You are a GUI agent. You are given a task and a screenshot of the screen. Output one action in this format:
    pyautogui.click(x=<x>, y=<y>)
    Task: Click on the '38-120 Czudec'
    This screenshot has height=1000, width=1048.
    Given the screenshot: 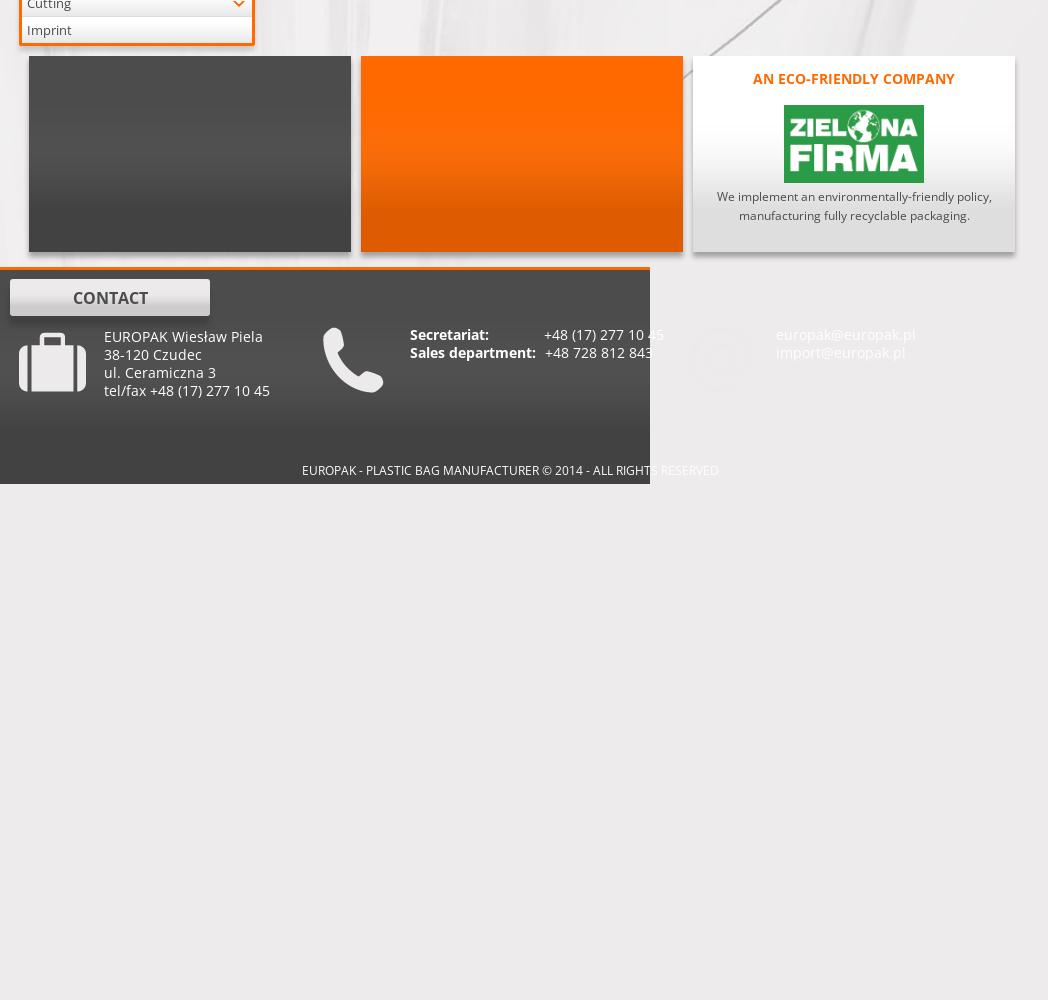 What is the action you would take?
    pyautogui.click(x=153, y=353)
    